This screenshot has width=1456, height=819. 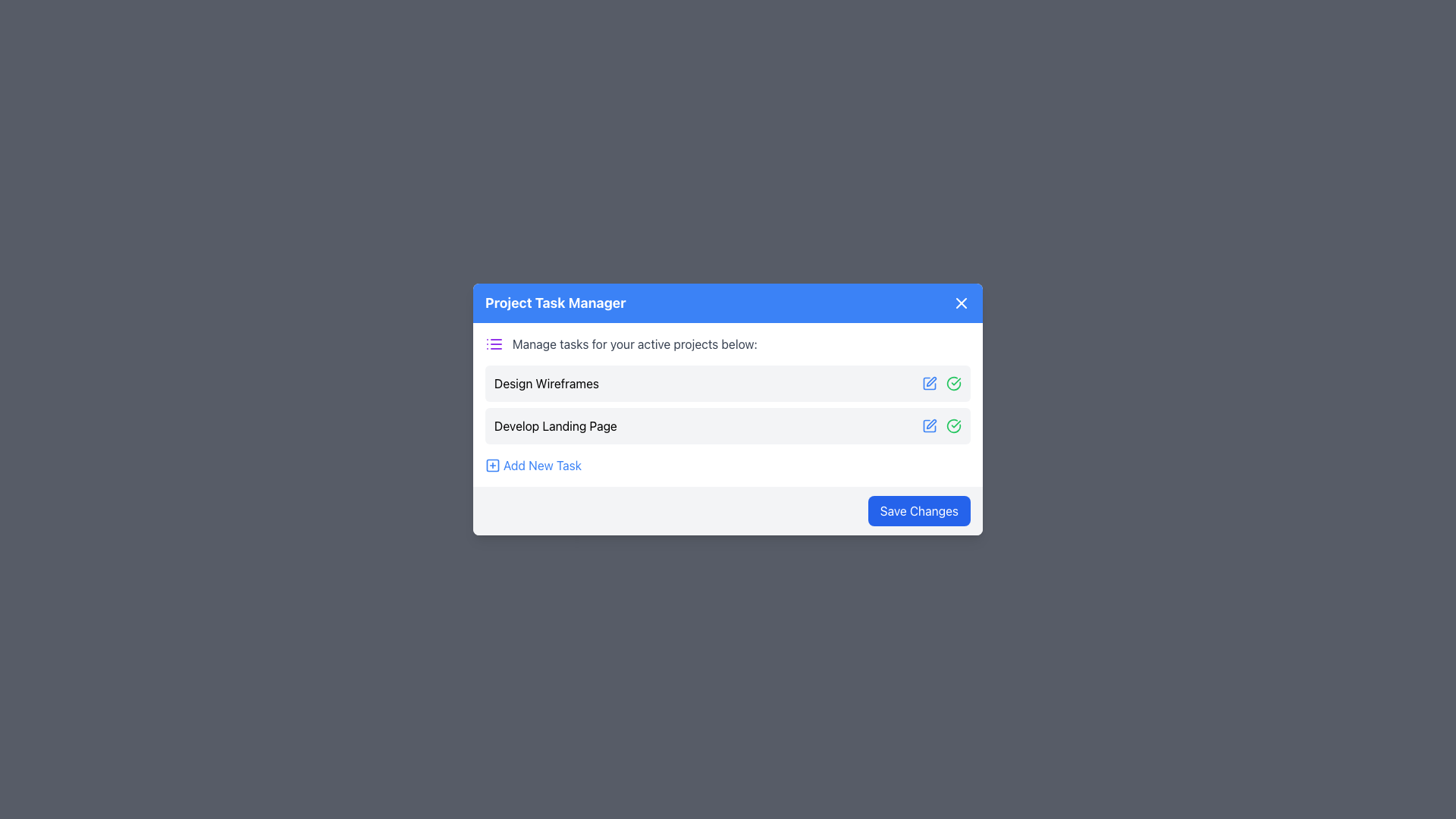 I want to click on the close button located at the far-right edge of the blue header bar, opposite the text 'Project Task Manager', so click(x=960, y=303).